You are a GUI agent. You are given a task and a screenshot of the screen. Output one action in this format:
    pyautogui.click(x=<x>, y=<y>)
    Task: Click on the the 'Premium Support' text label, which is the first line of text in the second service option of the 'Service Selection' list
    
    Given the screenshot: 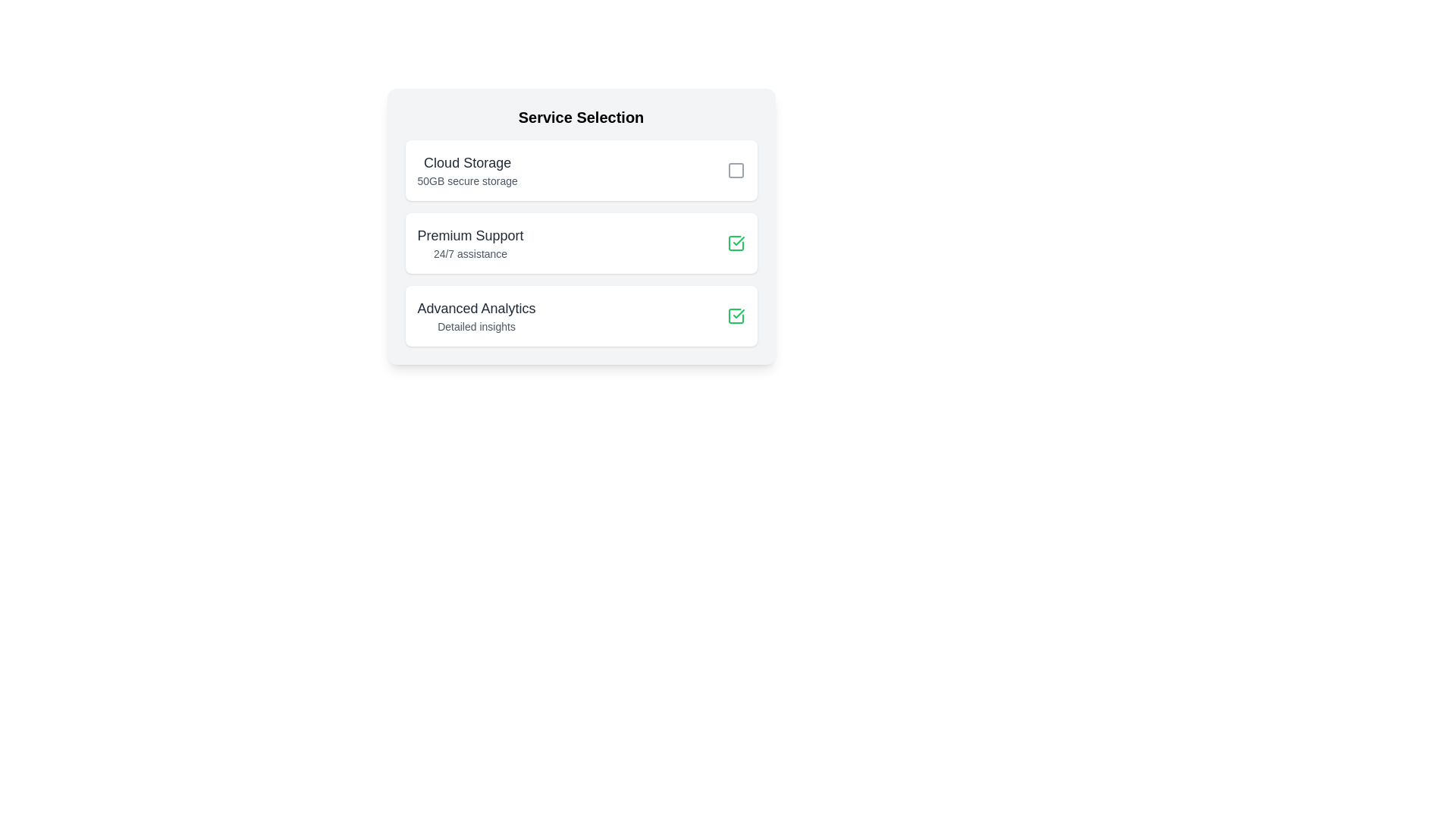 What is the action you would take?
    pyautogui.click(x=469, y=236)
    